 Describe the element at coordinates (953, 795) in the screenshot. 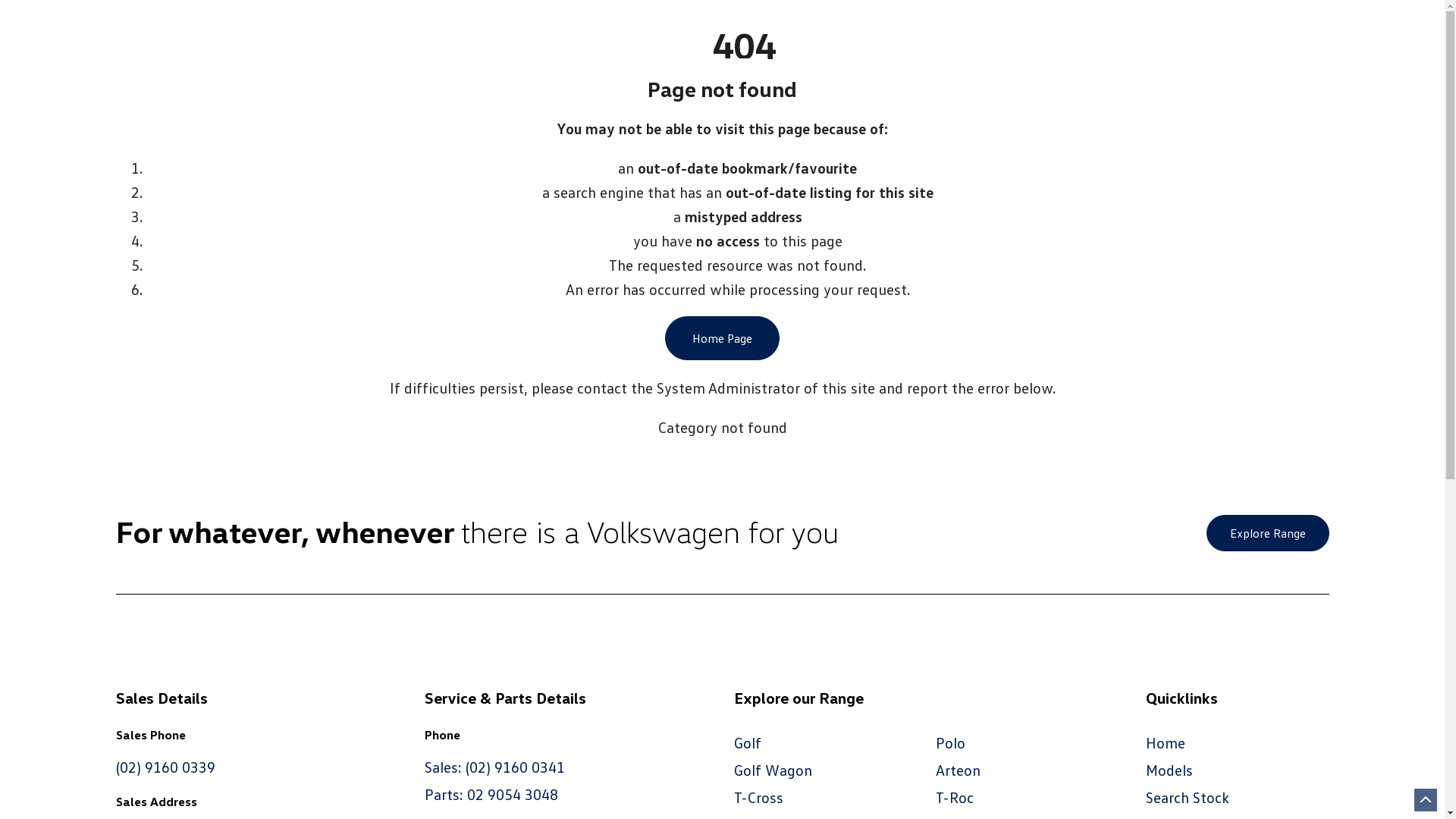

I see `'T-Roc'` at that location.